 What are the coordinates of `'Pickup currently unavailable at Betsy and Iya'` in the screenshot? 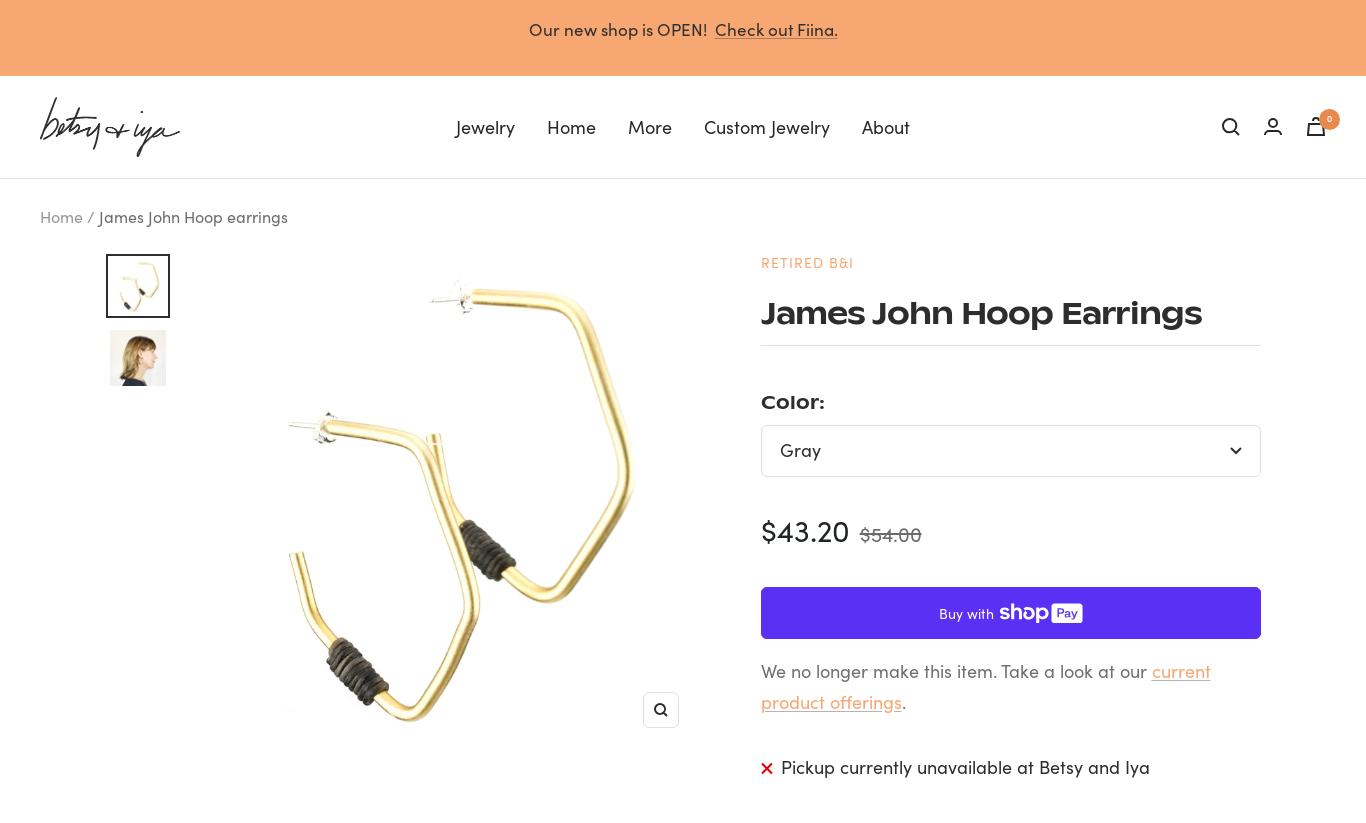 It's located at (964, 765).